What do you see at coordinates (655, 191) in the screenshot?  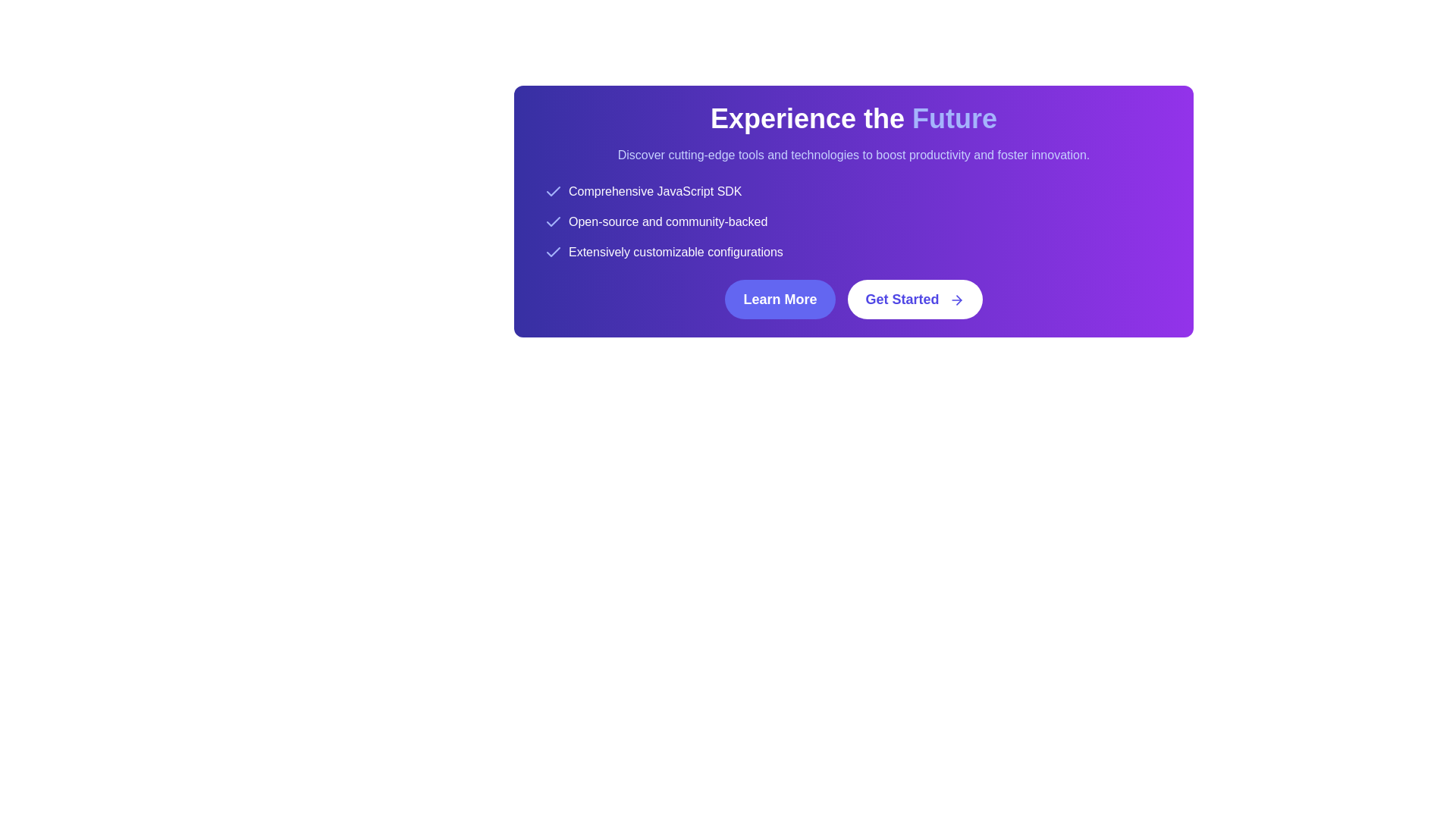 I see `the Text Label displaying 'Comprehensive JavaScript SDK' which has a white font on a purple background, located at the top of a vertical list` at bounding box center [655, 191].